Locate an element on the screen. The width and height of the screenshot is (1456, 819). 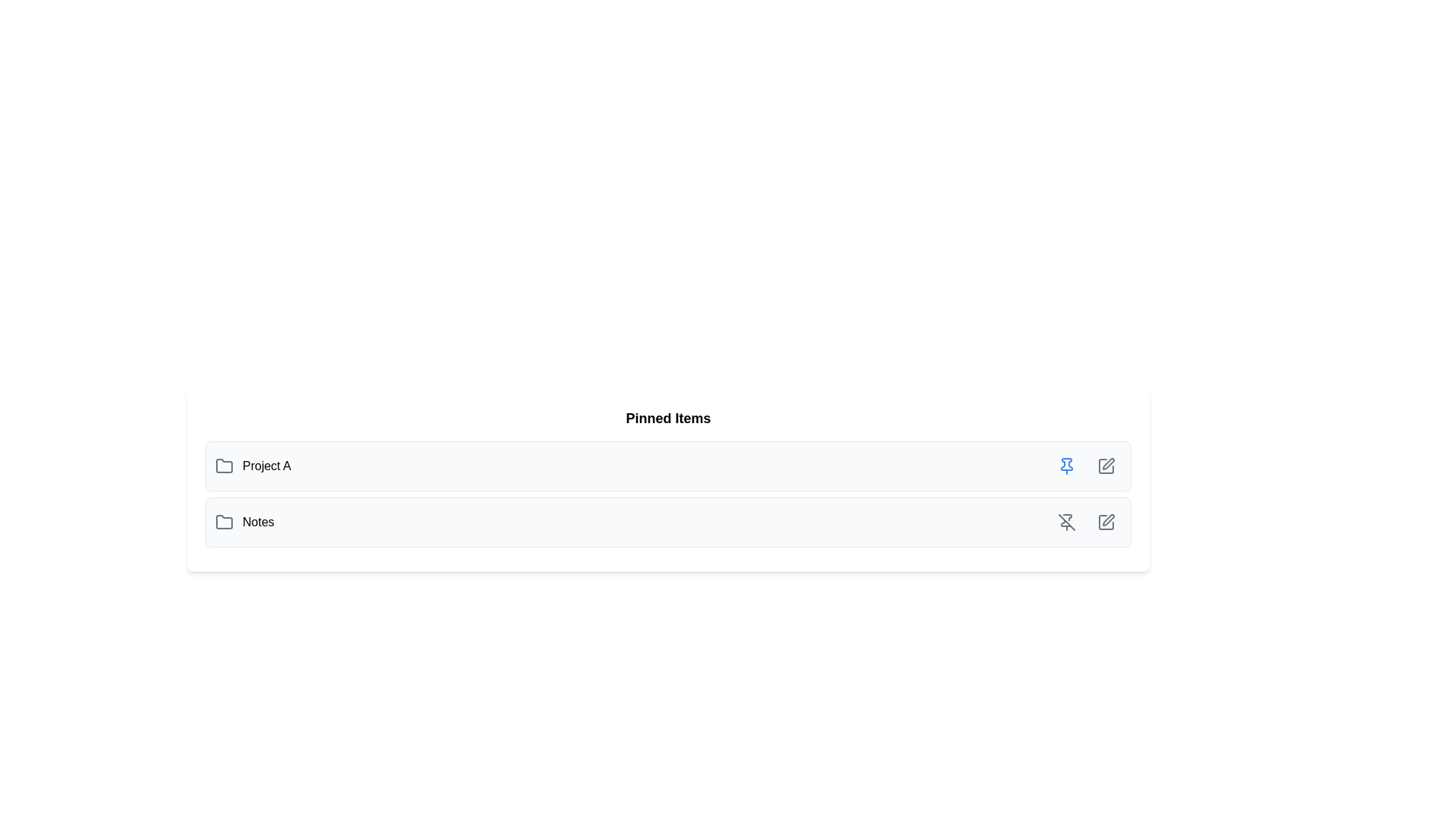
the pin icon located to the right of the list entry labeled 'Project A' is located at coordinates (1065, 465).